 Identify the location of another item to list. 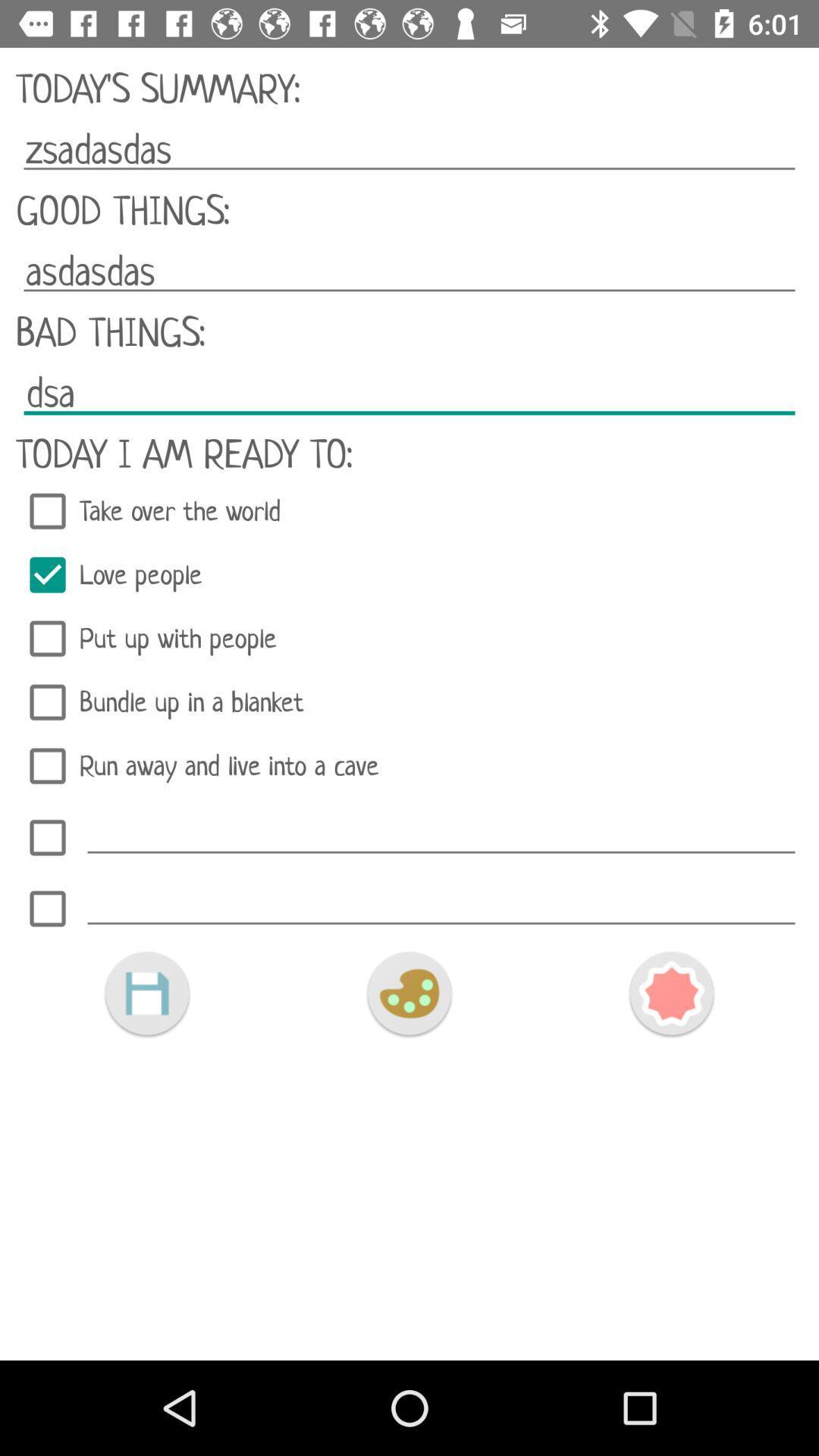
(46, 908).